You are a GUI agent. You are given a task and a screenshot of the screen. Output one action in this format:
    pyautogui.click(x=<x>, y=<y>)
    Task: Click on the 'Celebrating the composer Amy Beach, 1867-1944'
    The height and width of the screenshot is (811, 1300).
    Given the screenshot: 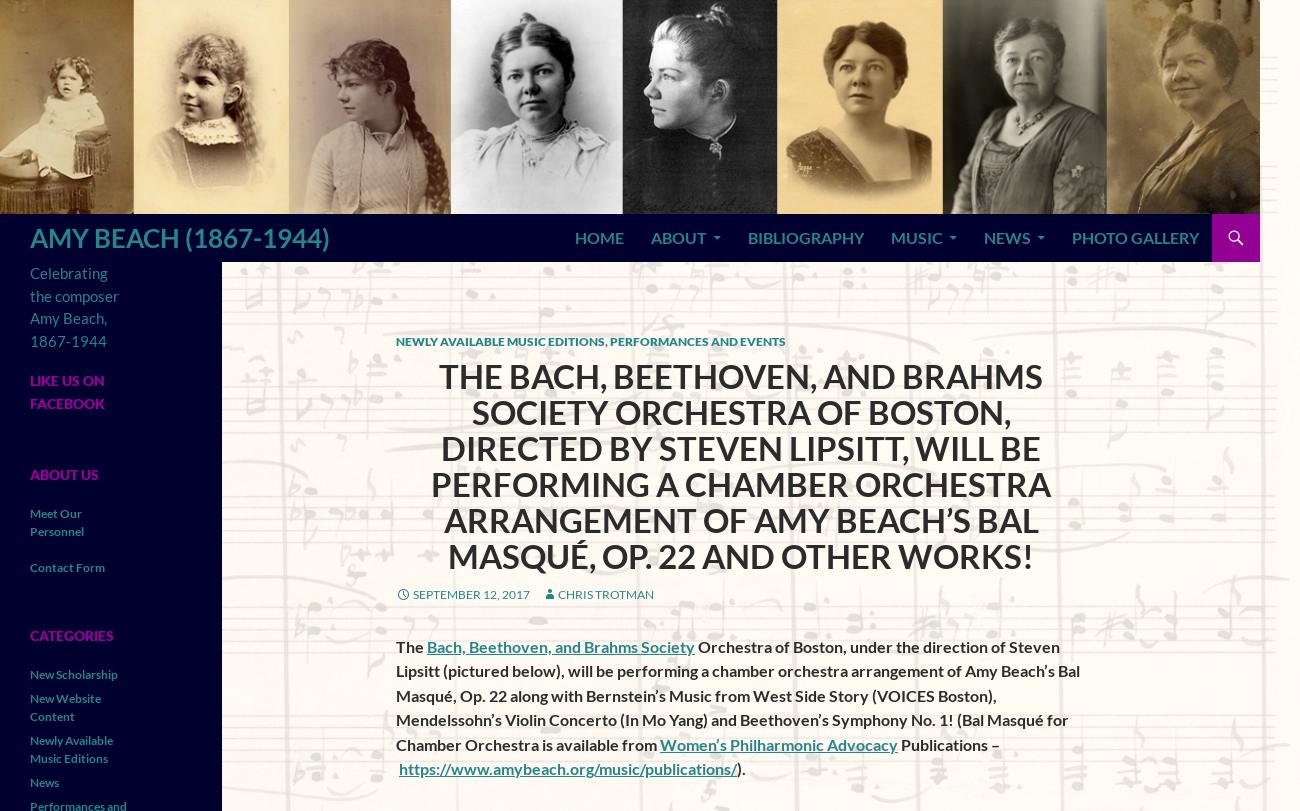 What is the action you would take?
    pyautogui.click(x=29, y=306)
    